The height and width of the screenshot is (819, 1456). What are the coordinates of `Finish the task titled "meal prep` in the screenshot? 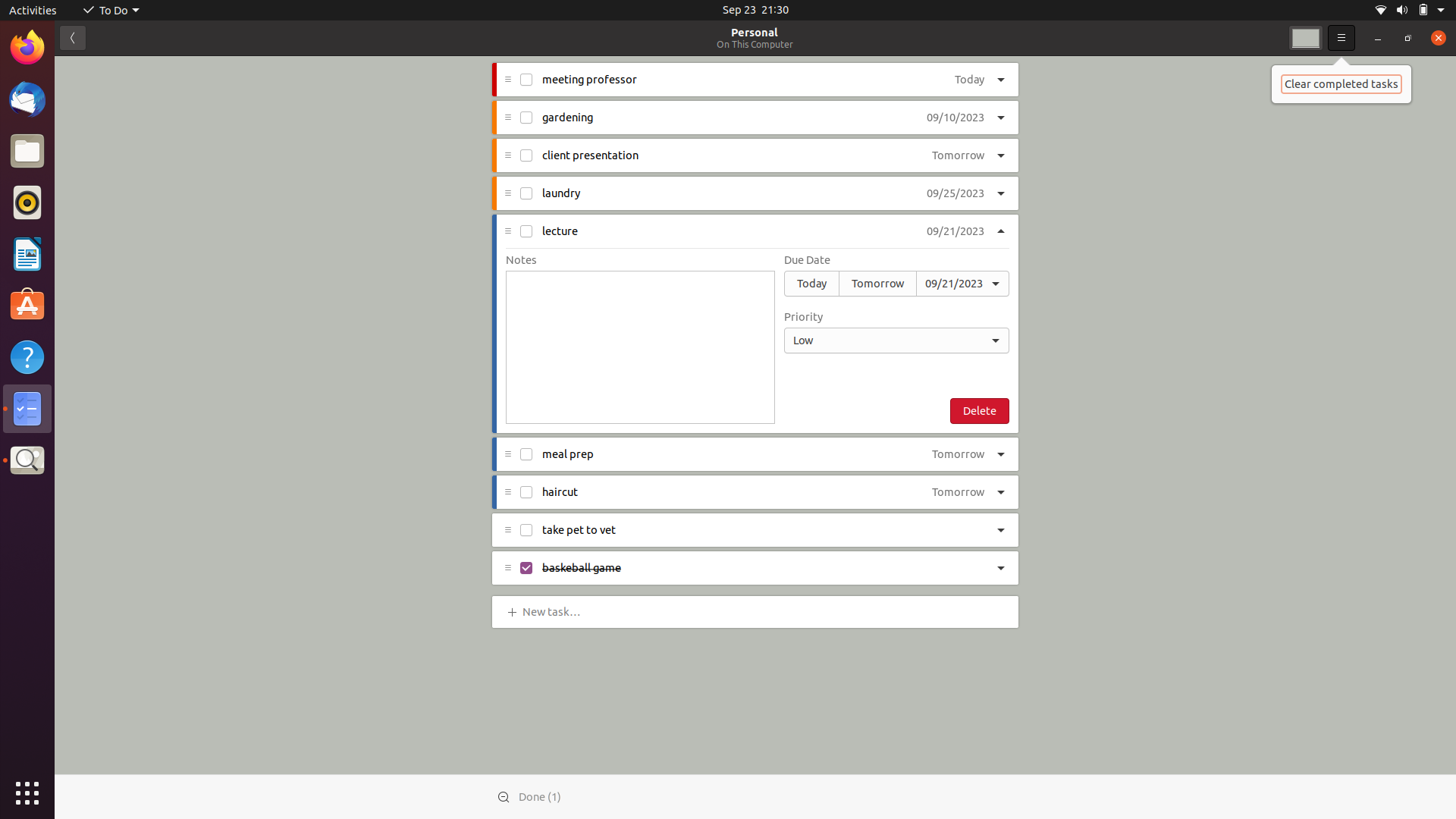 It's located at (526, 455).